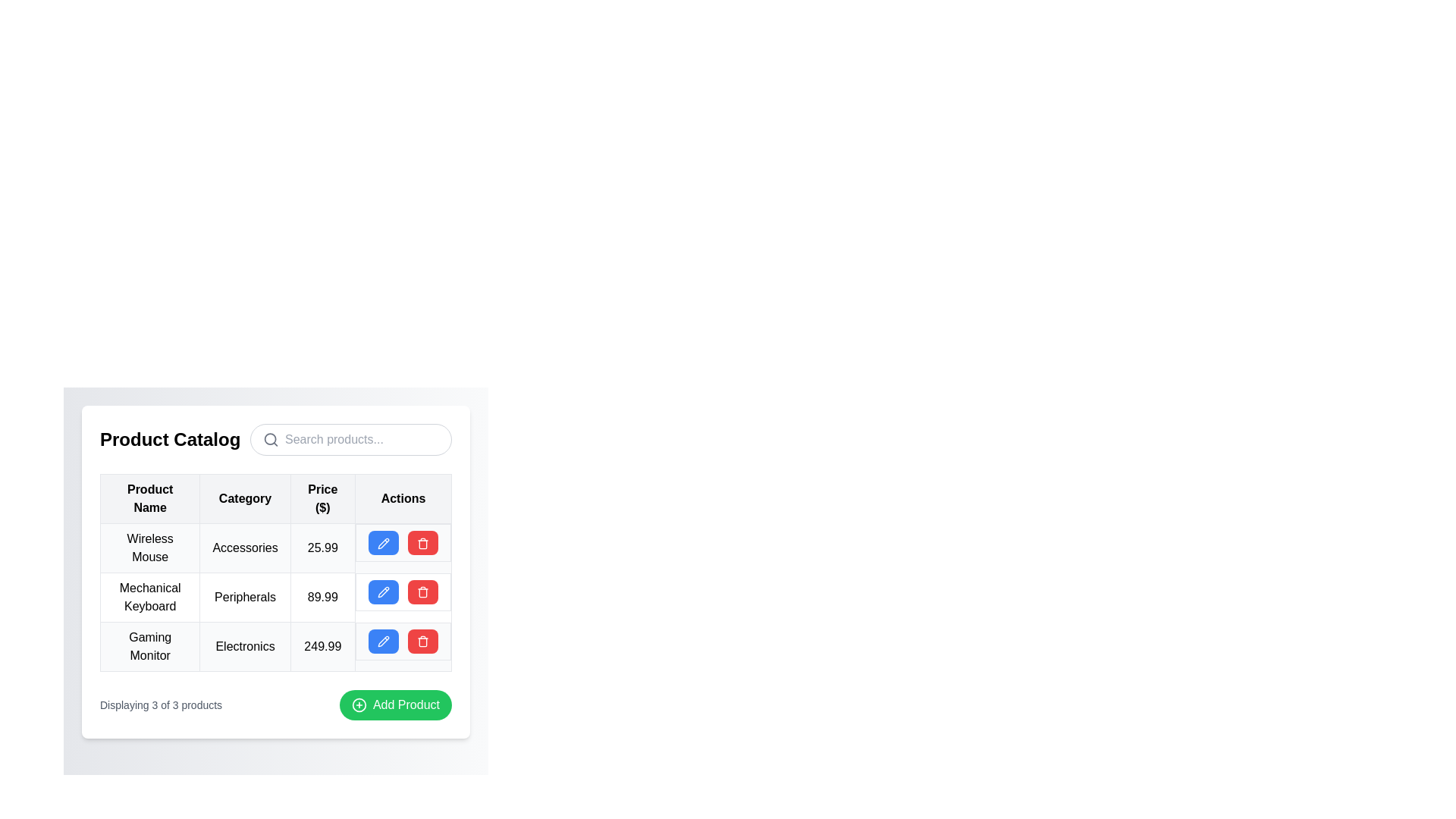  What do you see at coordinates (422, 591) in the screenshot?
I see `the delete icon for the 'Mechanical Keyboard' product in the 'Actions' column of the table` at bounding box center [422, 591].